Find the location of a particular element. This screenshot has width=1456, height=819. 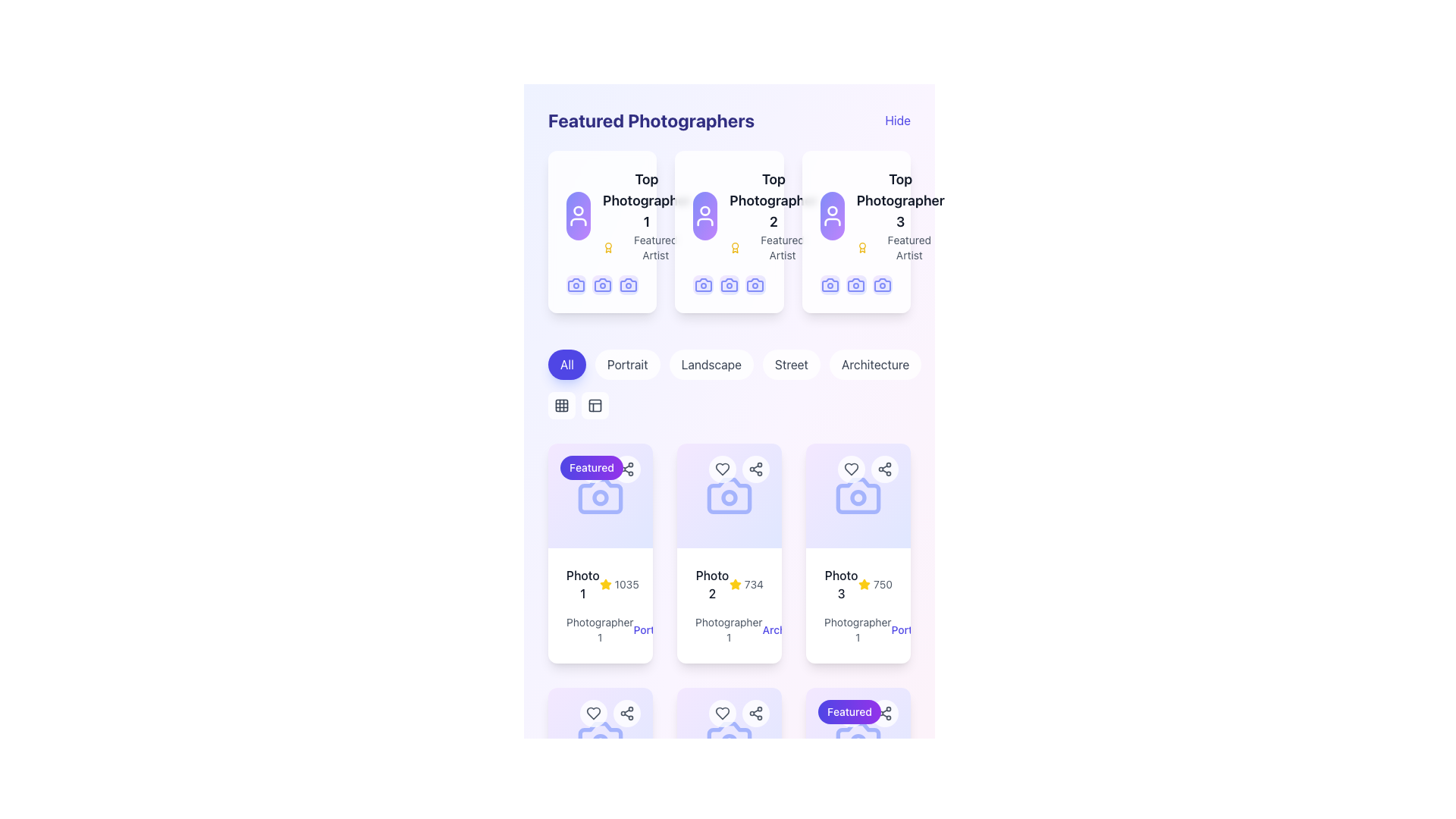

the text label 'Photographer 1' which is styled in gray color and is located inside the card labeled 'Photo 3' is located at coordinates (858, 630).